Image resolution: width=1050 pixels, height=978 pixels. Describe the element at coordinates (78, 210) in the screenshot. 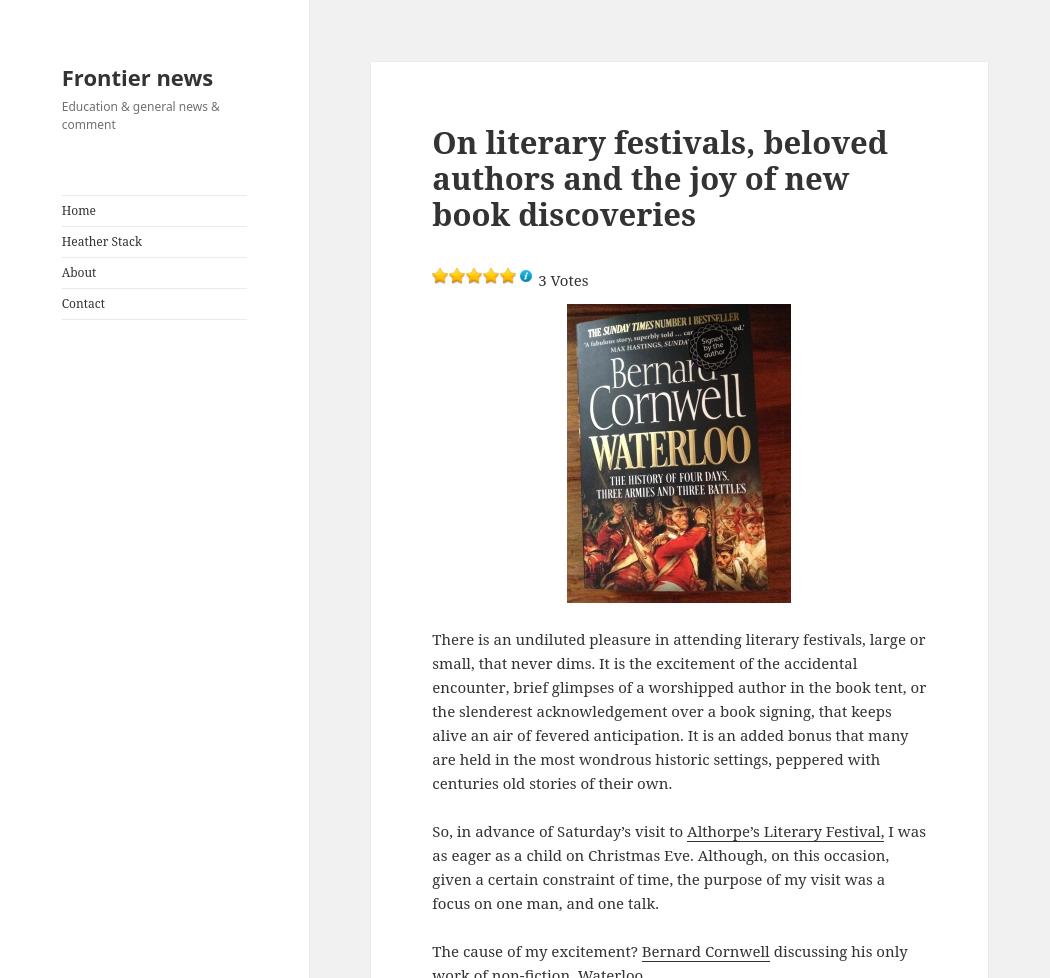

I see `'Home'` at that location.